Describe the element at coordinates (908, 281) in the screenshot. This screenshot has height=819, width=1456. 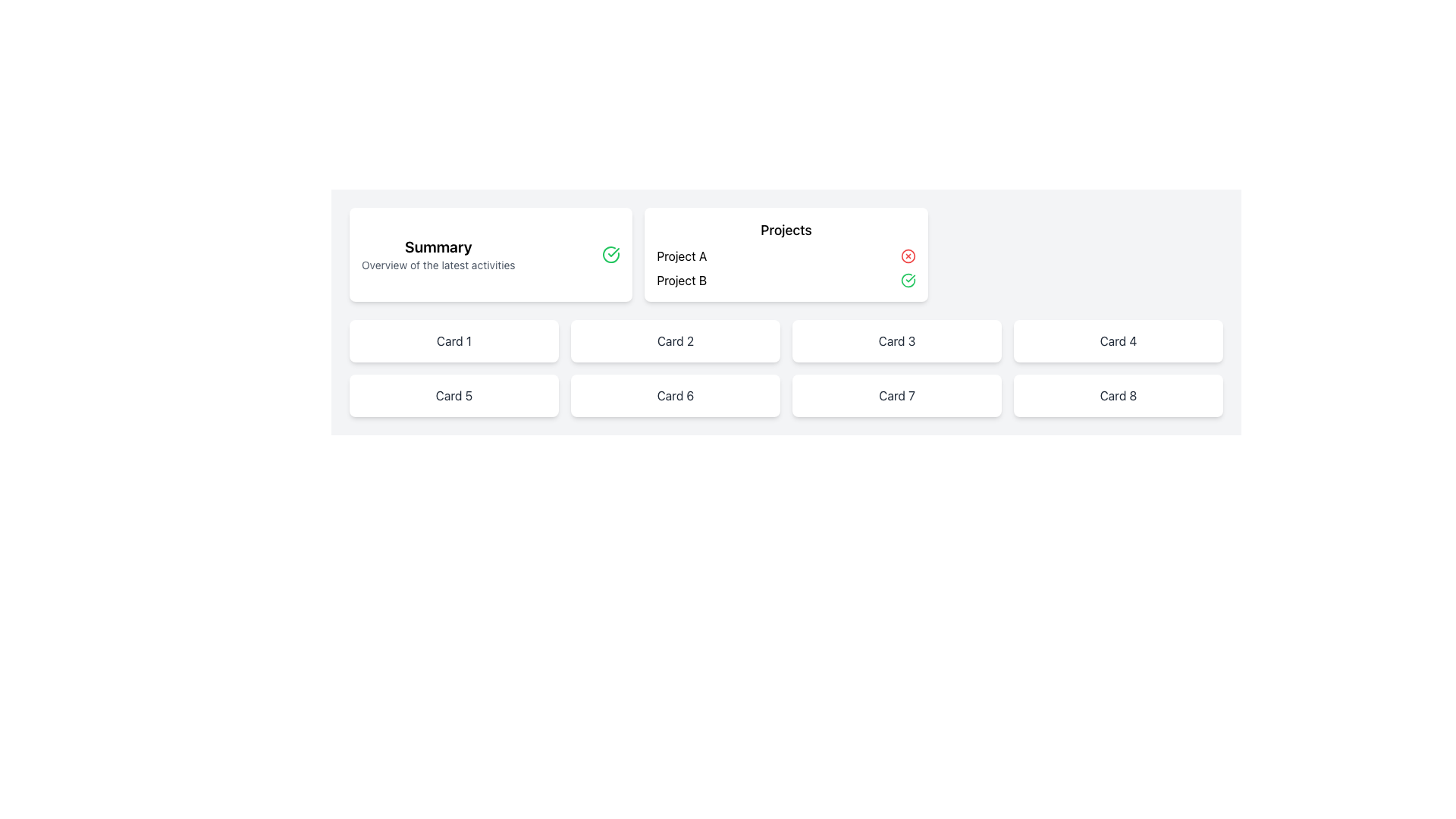
I see `the status indicator icon for 'Project B'` at that location.